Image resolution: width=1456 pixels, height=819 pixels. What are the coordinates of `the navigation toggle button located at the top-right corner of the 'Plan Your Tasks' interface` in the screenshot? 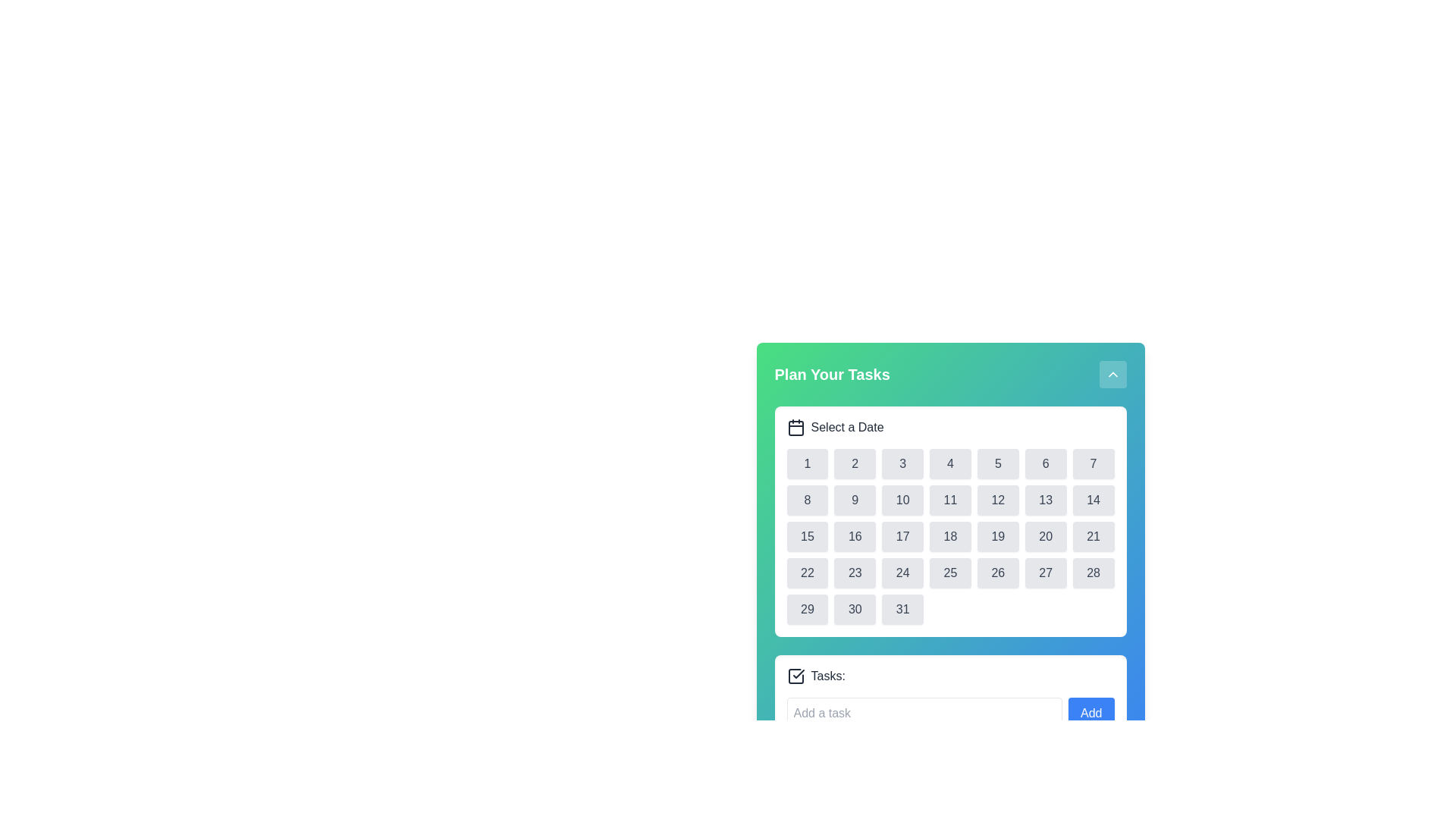 It's located at (1112, 374).